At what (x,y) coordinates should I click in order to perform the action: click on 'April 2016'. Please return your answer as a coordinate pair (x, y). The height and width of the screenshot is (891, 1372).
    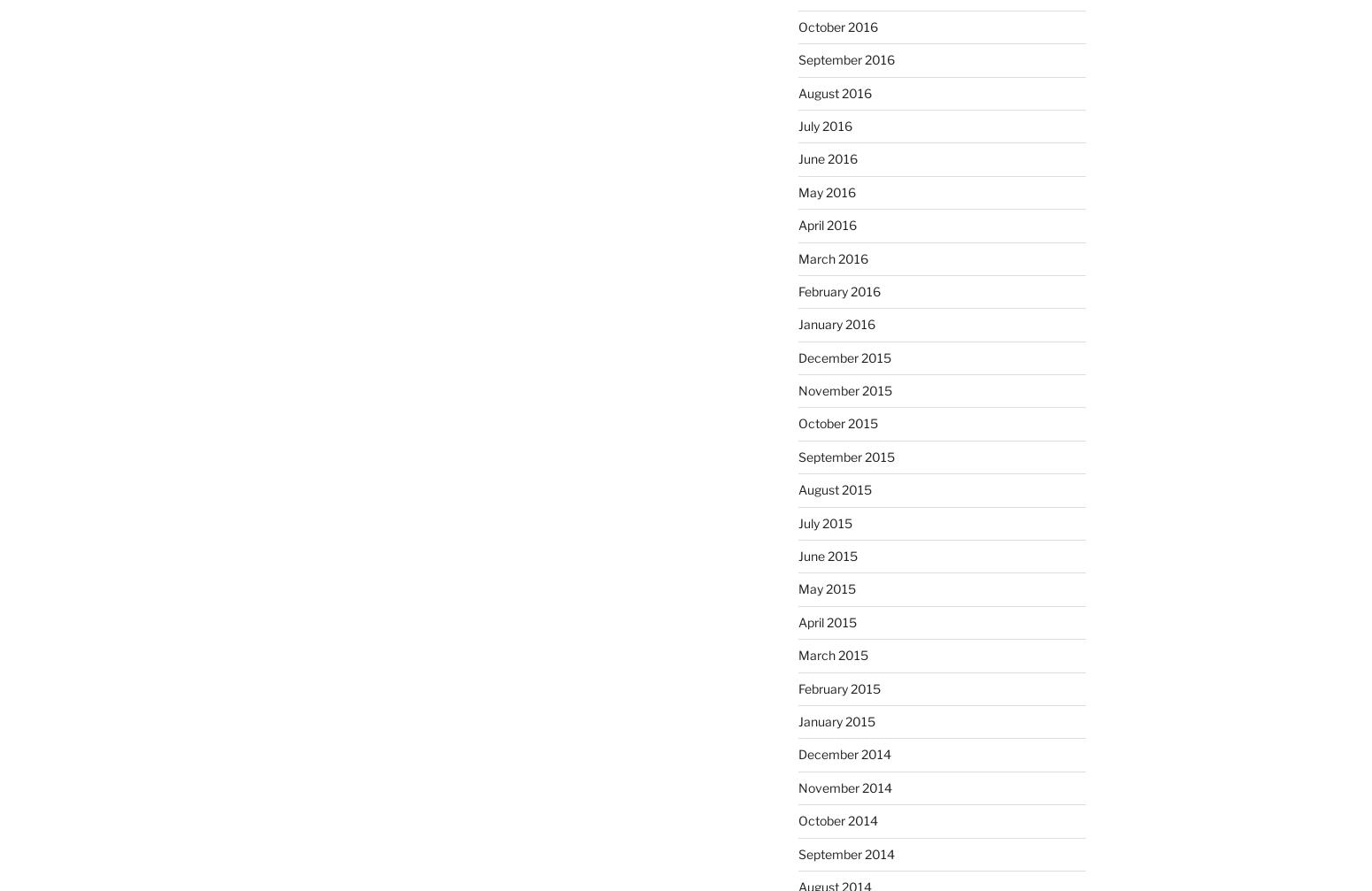
    Looking at the image, I should click on (826, 225).